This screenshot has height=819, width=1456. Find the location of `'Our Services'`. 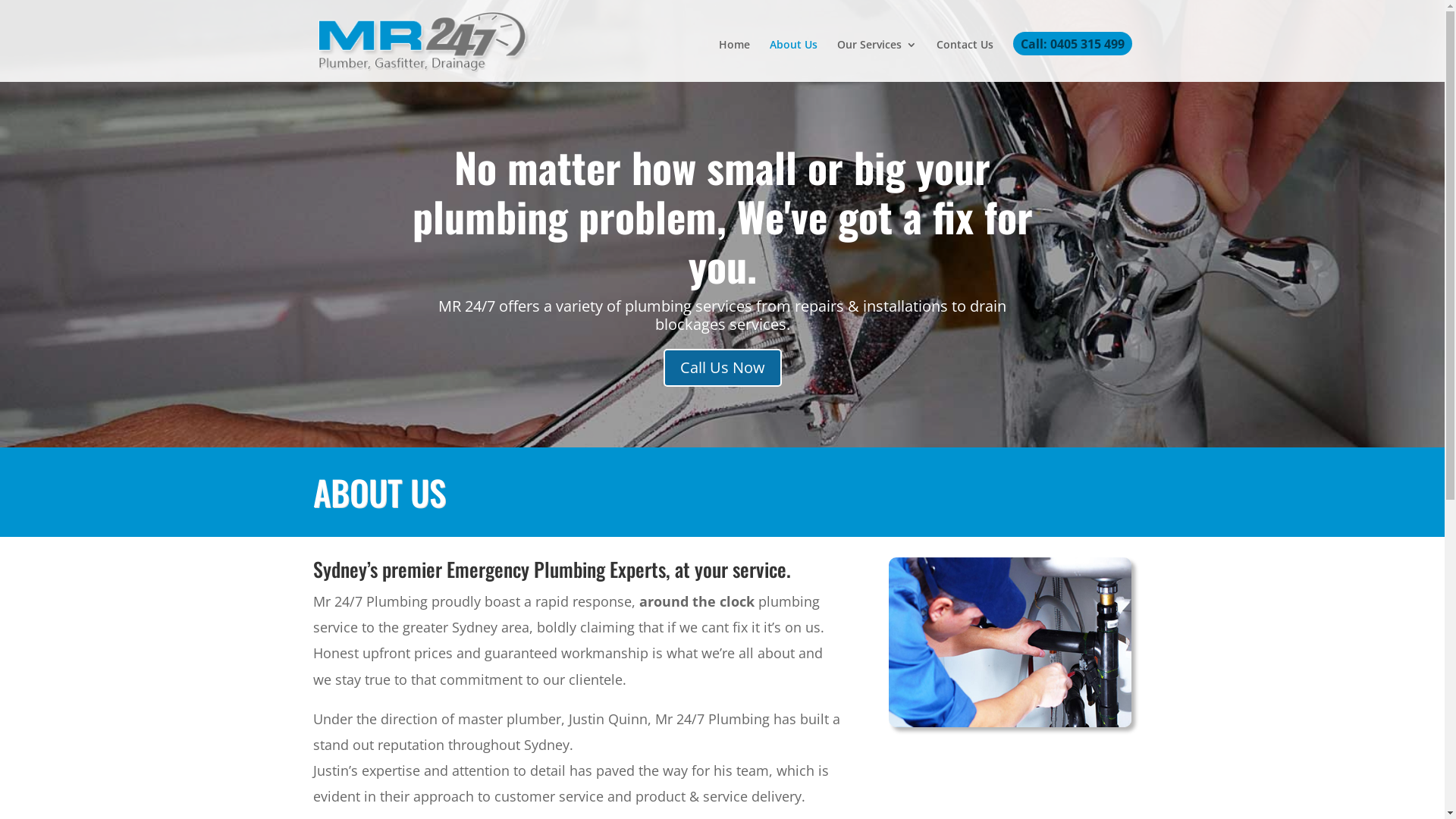

'Our Services' is located at coordinates (836, 60).